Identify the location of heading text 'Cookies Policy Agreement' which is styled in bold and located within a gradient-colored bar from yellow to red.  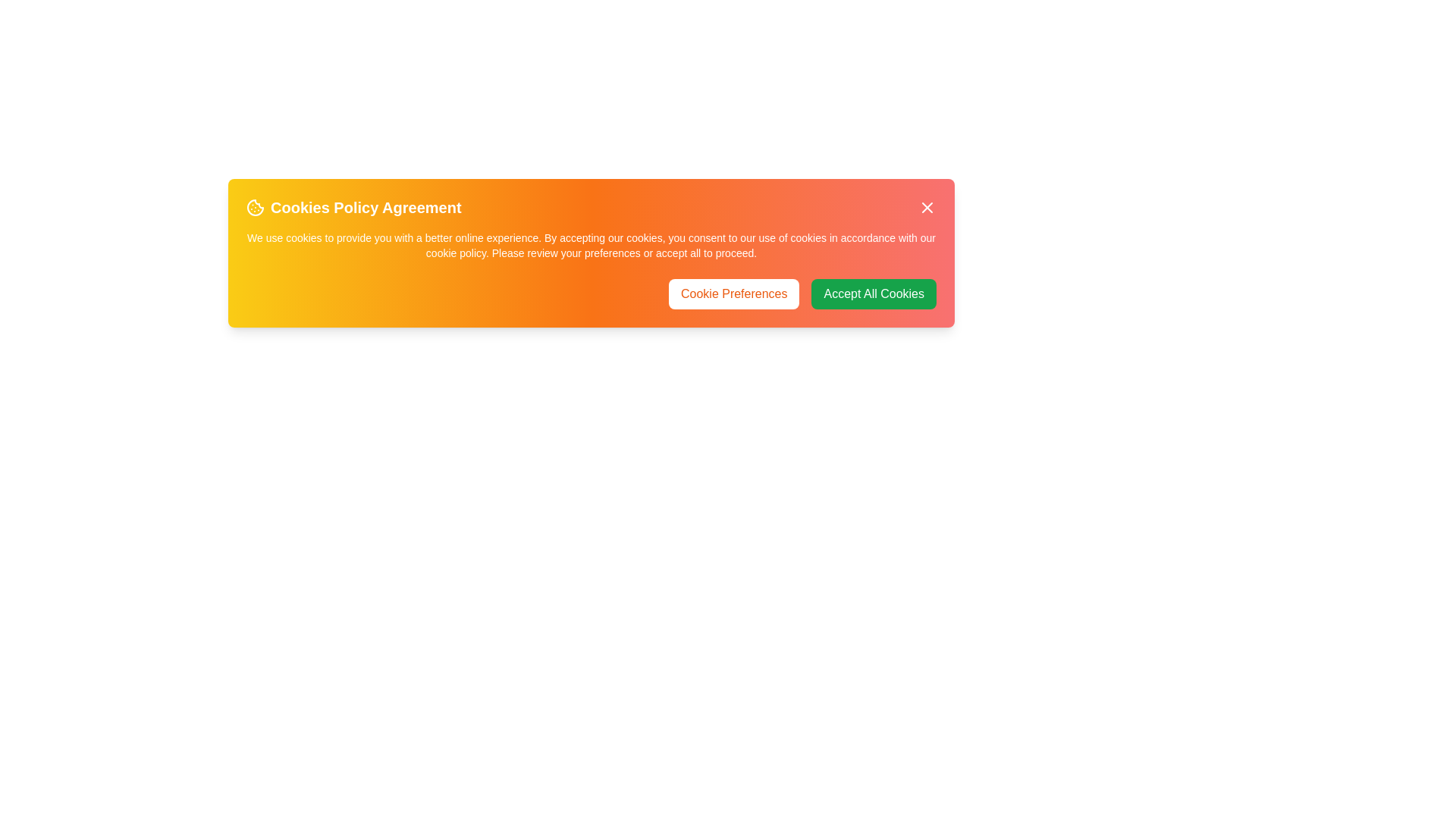
(590, 207).